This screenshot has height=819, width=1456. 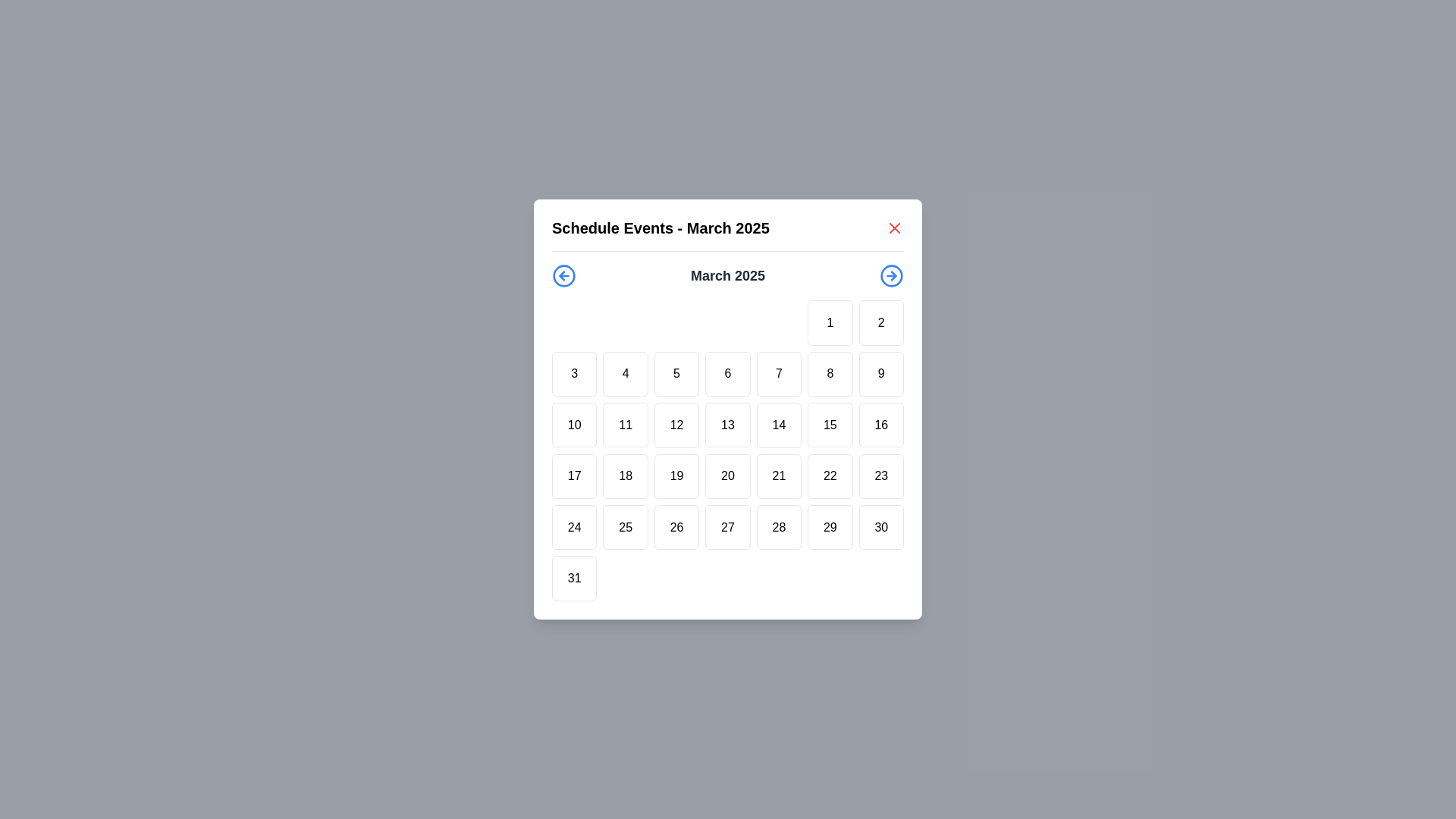 I want to click on the button that represents the 4th day of the month in the 'Schedule Events - March 2025' modal dialog, so click(x=626, y=374).